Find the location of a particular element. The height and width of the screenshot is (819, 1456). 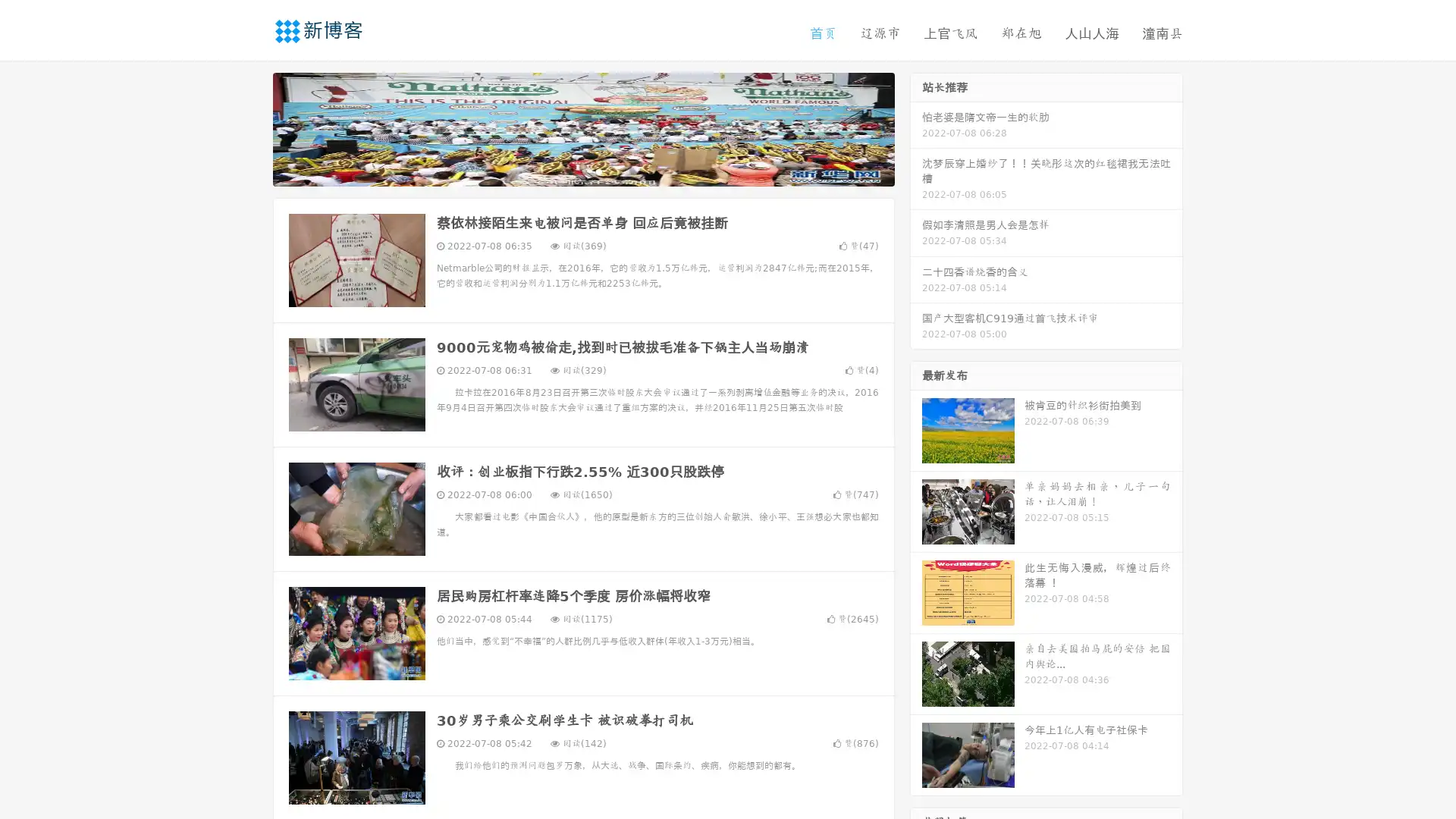

Go to slide 2 is located at coordinates (582, 171).